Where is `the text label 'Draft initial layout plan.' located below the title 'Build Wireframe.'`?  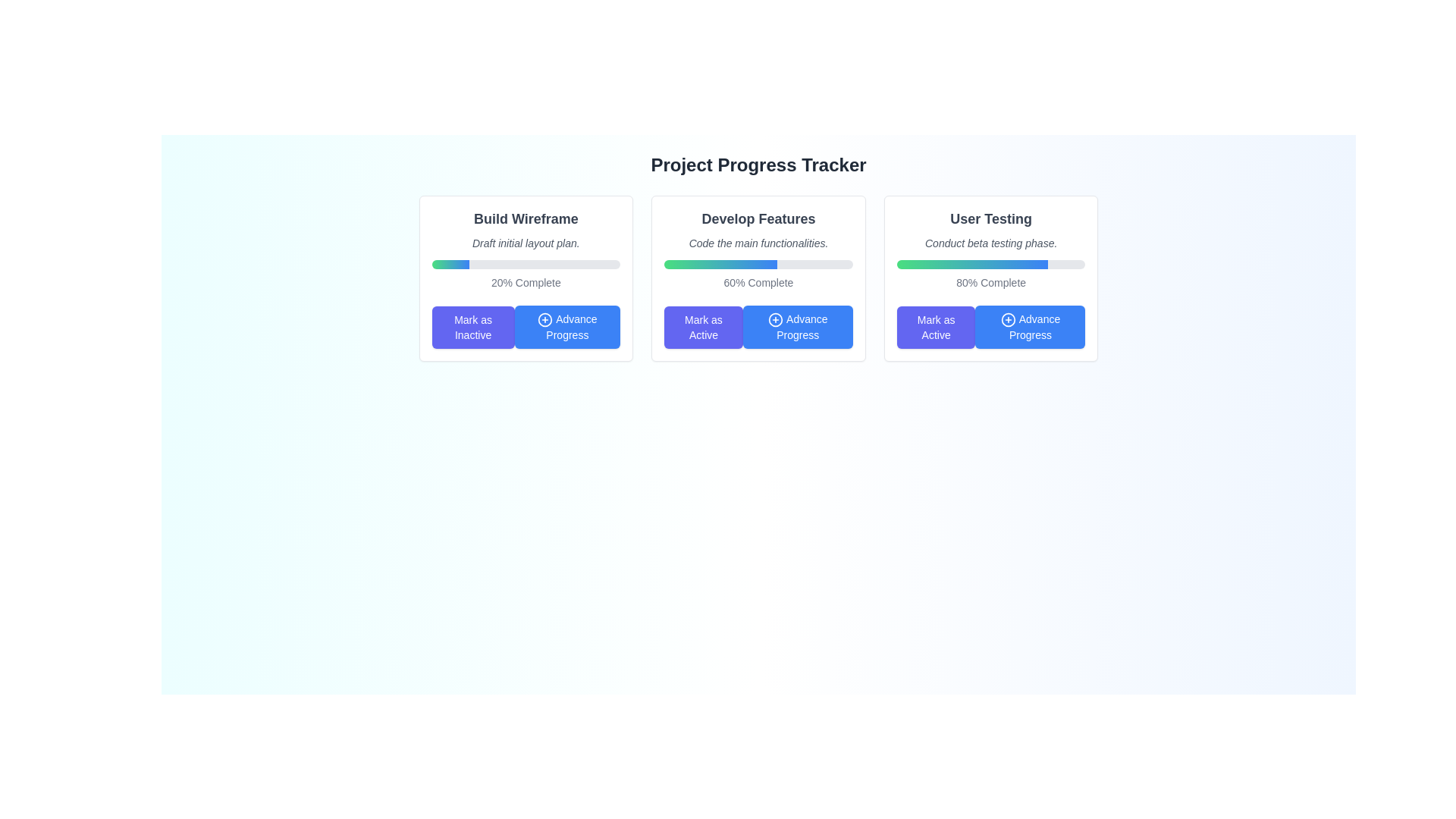
the text label 'Draft initial layout plan.' located below the title 'Build Wireframe.' is located at coordinates (526, 242).